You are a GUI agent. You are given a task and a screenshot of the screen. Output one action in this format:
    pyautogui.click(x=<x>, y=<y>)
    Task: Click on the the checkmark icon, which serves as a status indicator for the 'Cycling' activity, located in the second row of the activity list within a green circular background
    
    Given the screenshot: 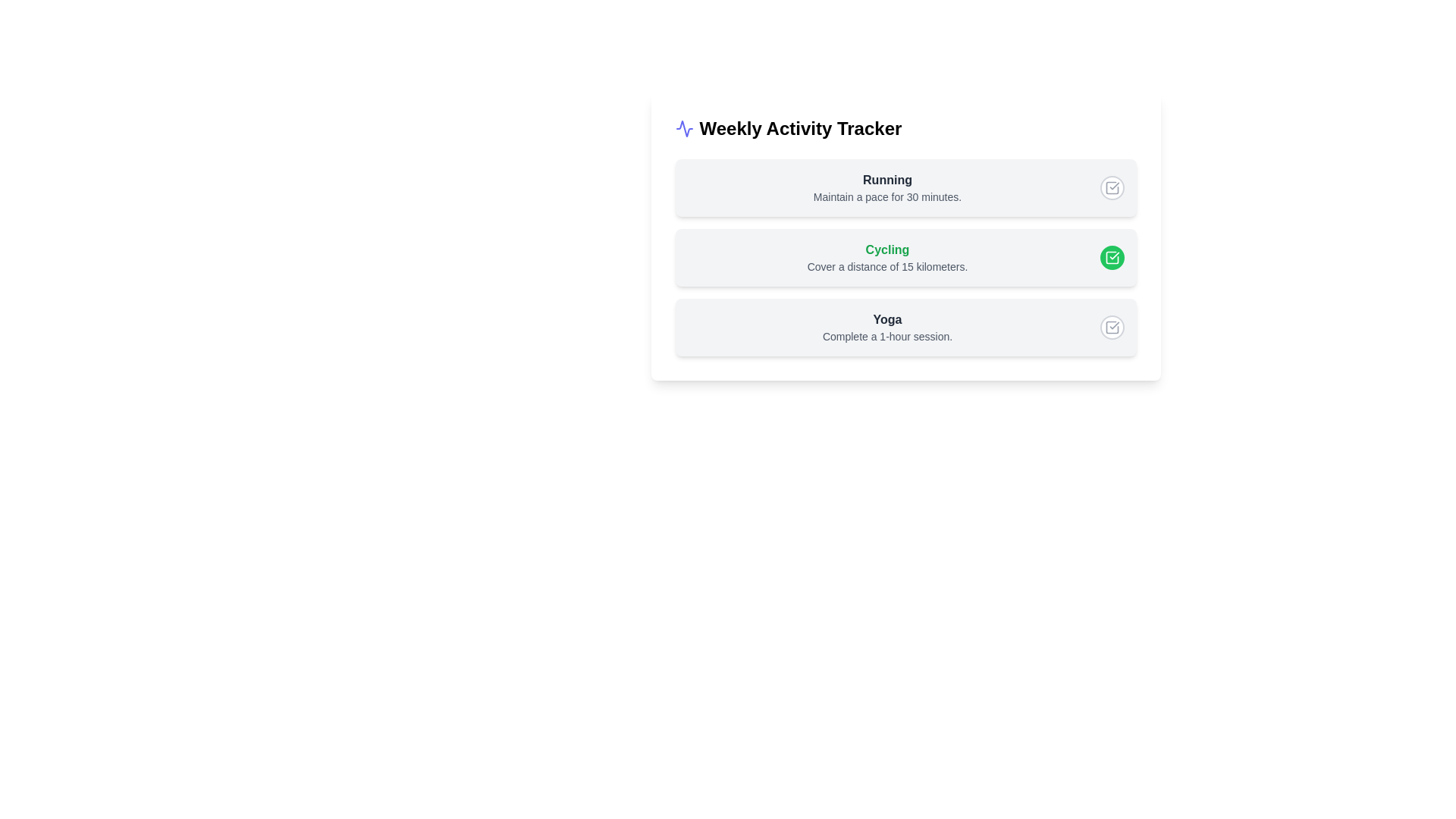 What is the action you would take?
    pyautogui.click(x=1112, y=256)
    